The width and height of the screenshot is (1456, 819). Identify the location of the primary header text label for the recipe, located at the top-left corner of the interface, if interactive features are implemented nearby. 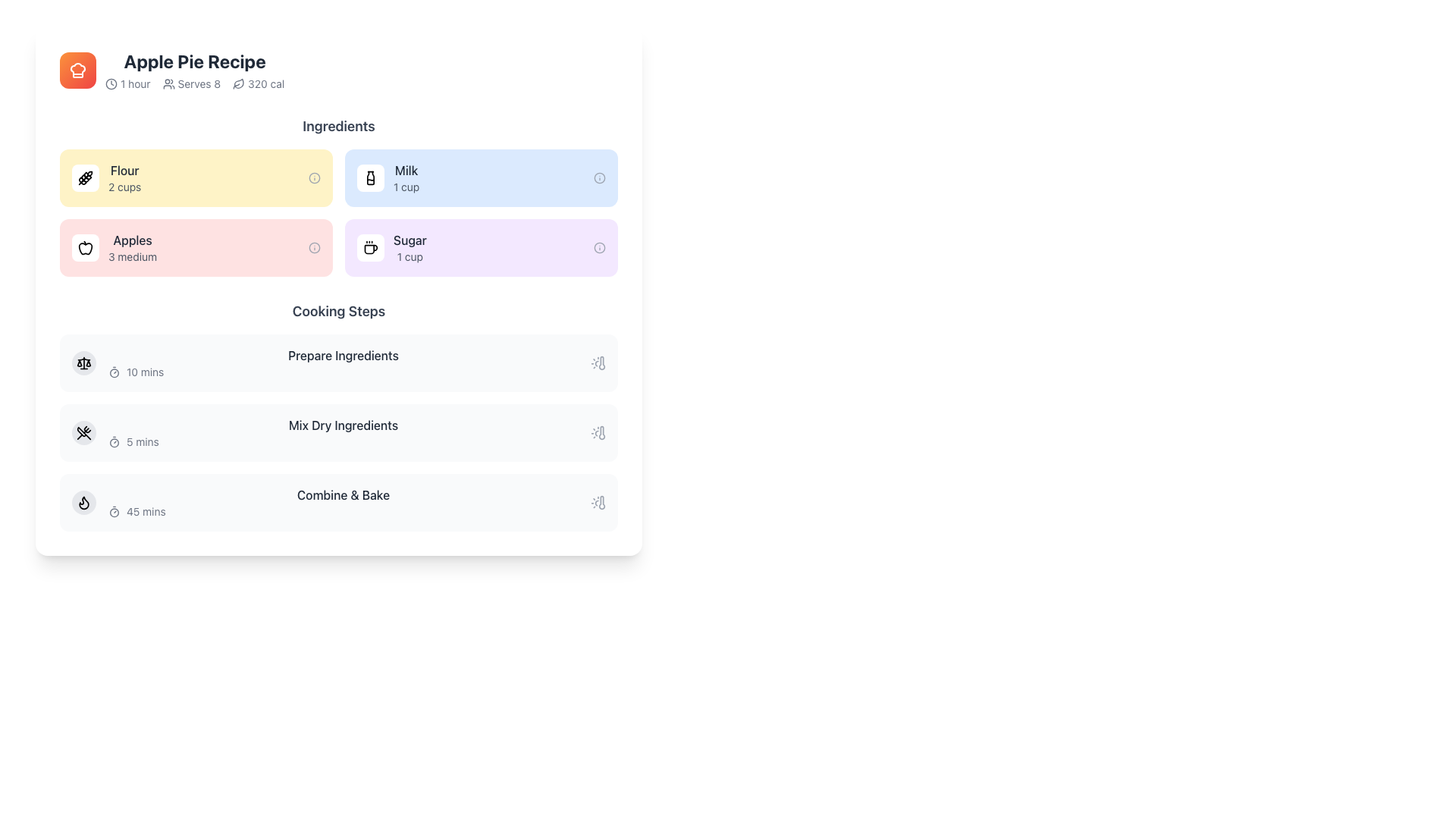
(194, 61).